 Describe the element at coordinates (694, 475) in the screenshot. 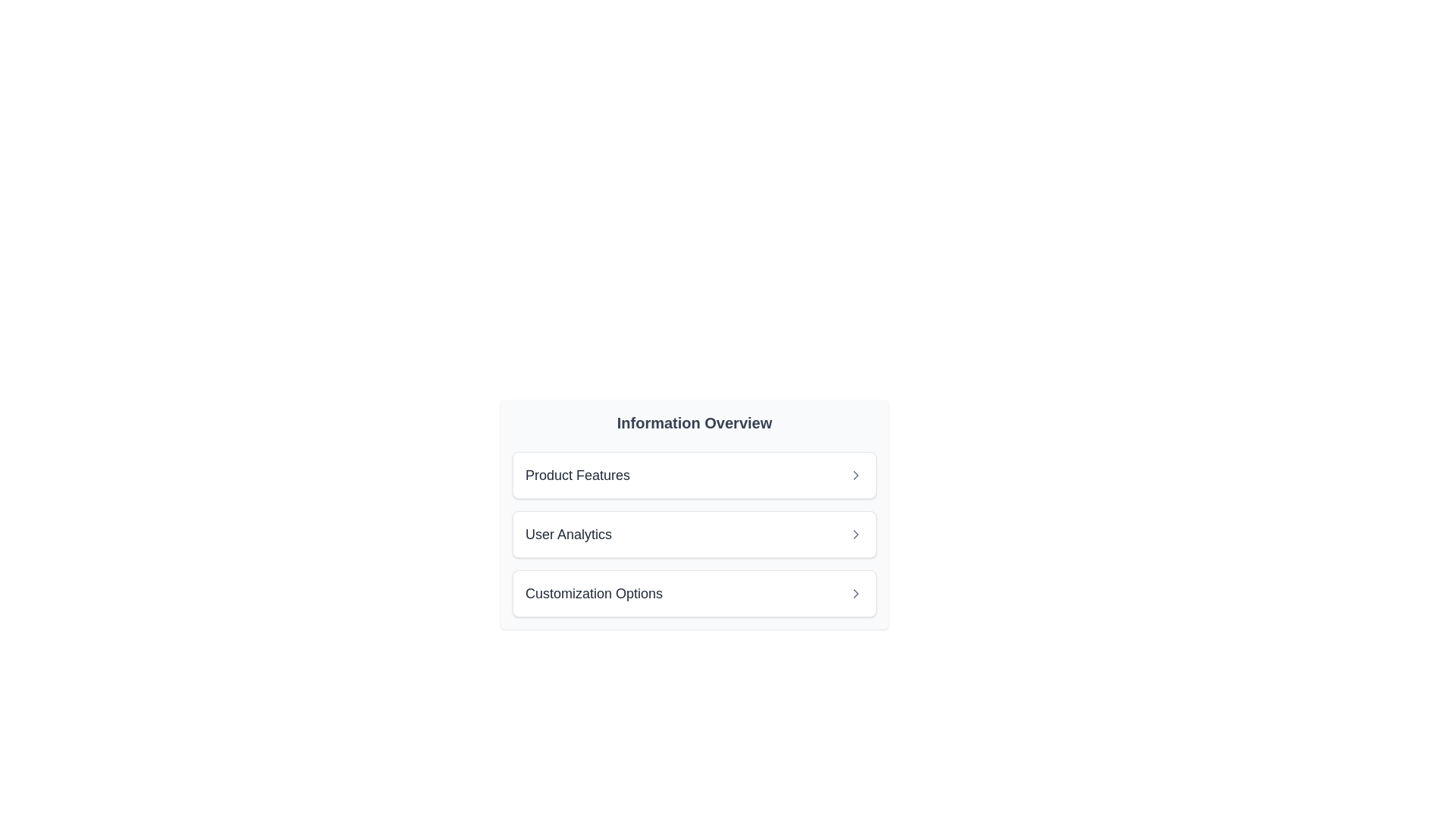

I see `the first button in the vertical list under 'Information Overview' that navigates to the 'Product Features' section` at that location.